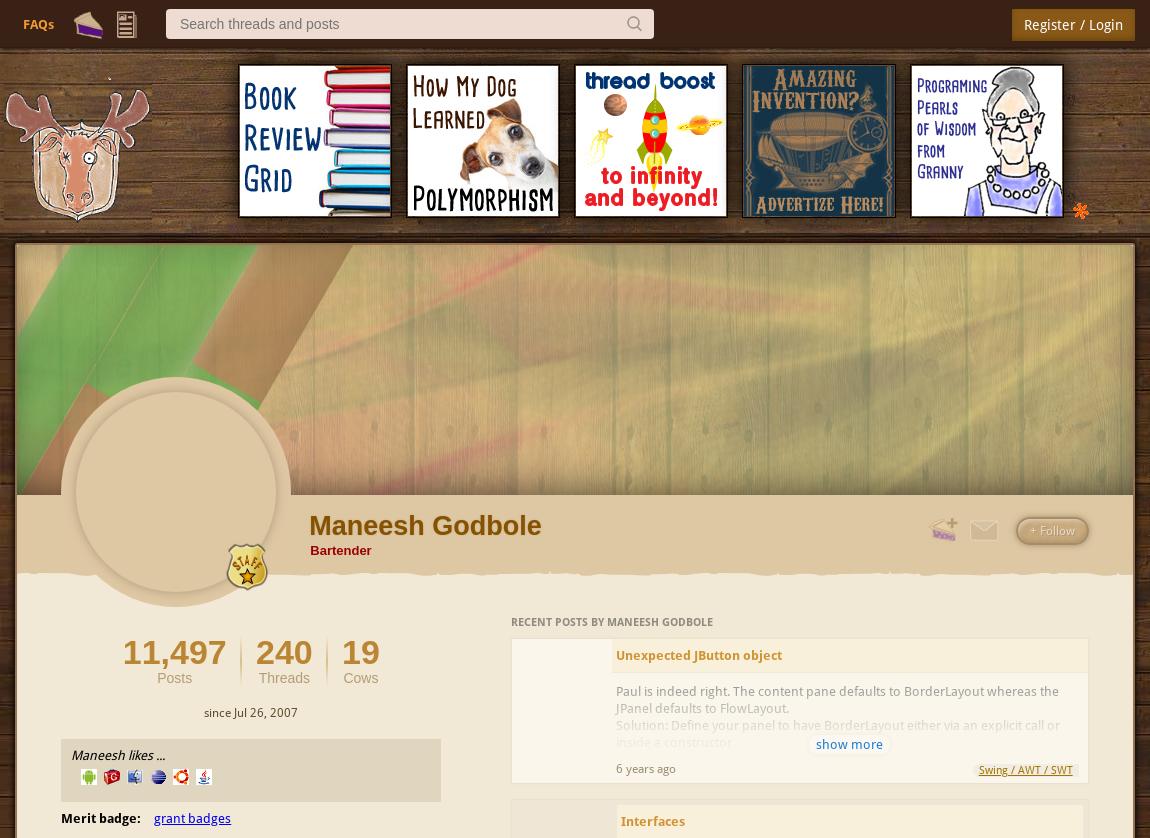  Describe the element at coordinates (173, 676) in the screenshot. I see `'Posts'` at that location.